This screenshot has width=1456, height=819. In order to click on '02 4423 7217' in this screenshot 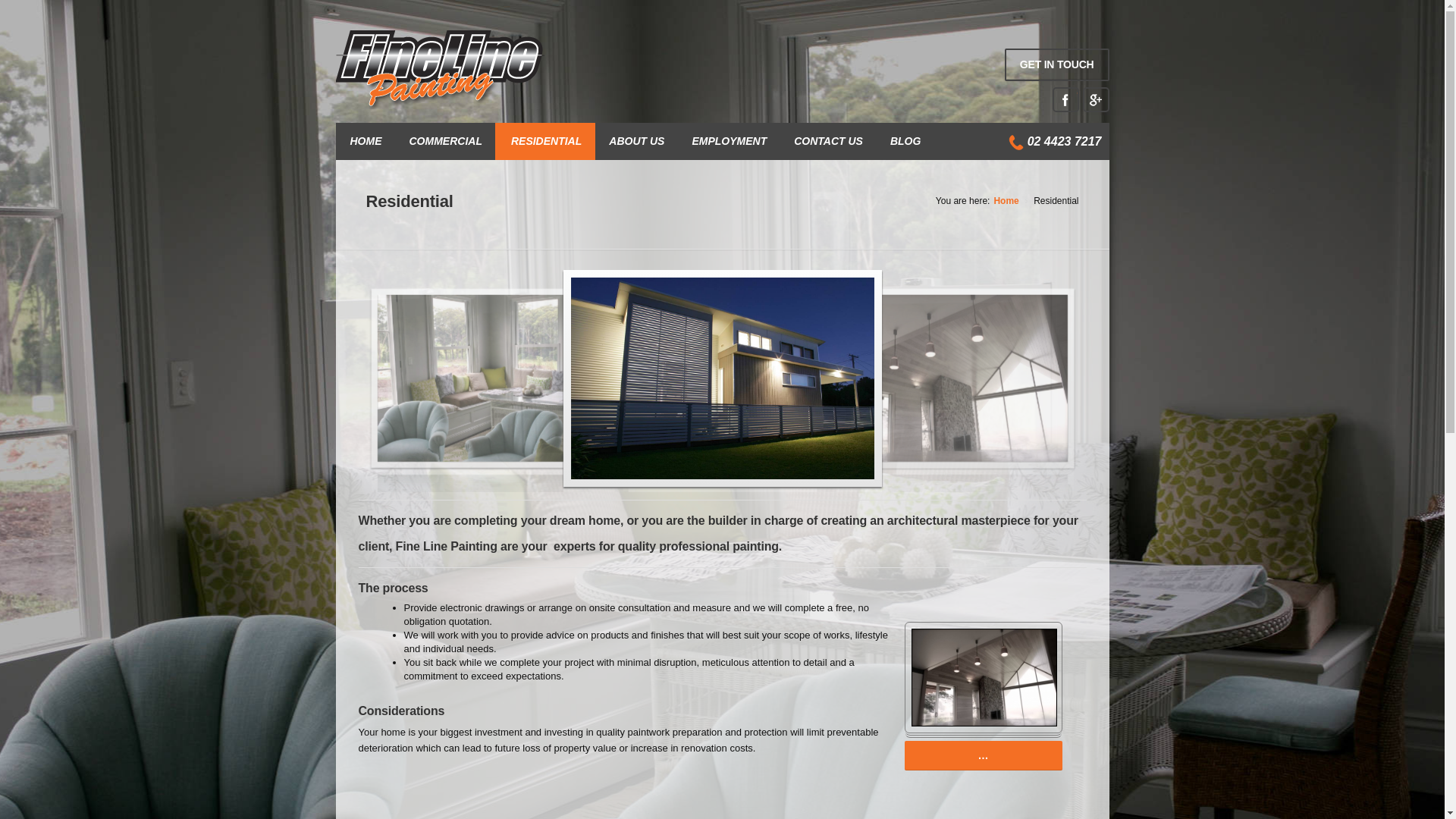, I will do `click(1063, 141)`.